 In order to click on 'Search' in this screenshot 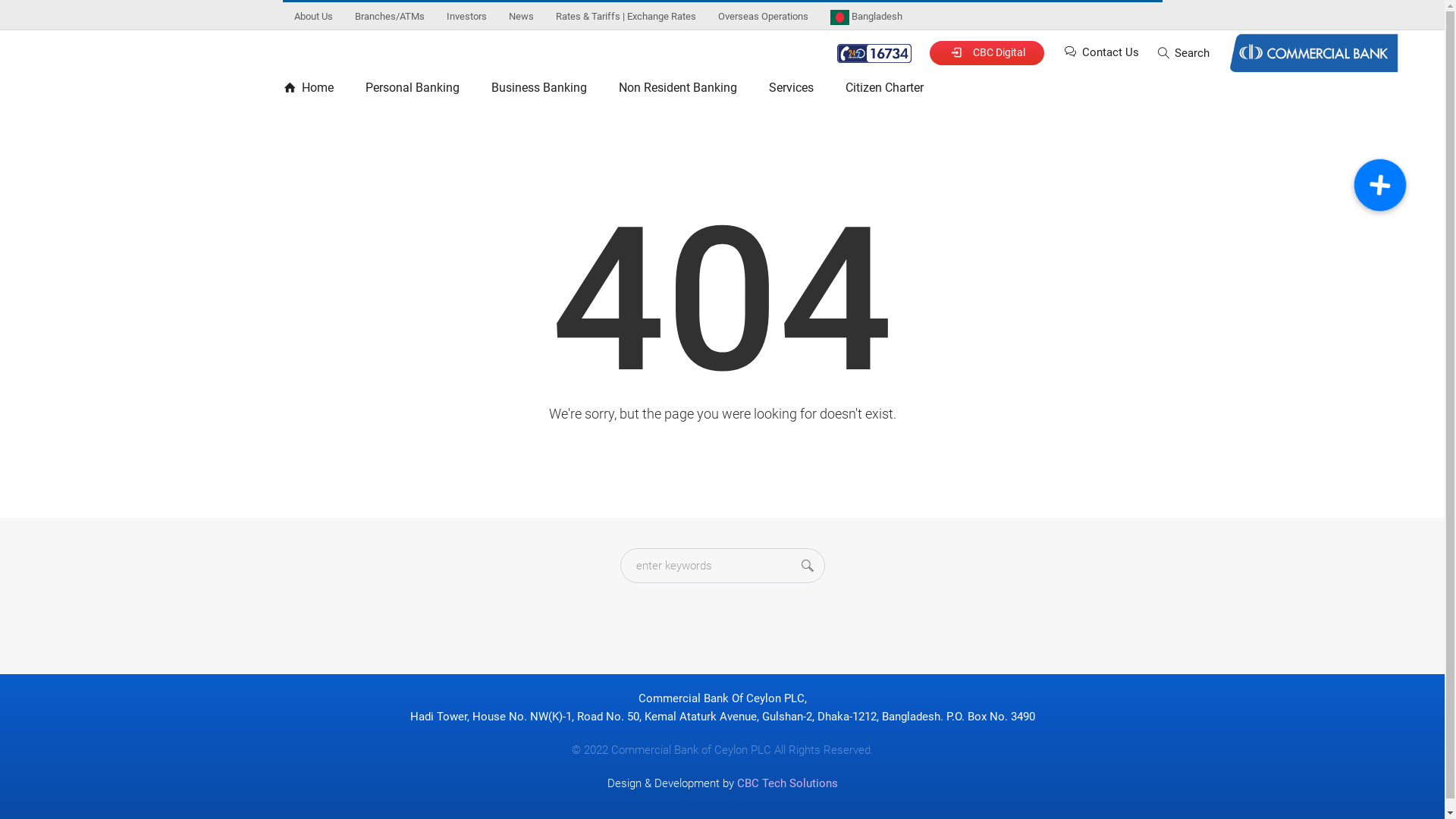, I will do `click(1182, 52)`.